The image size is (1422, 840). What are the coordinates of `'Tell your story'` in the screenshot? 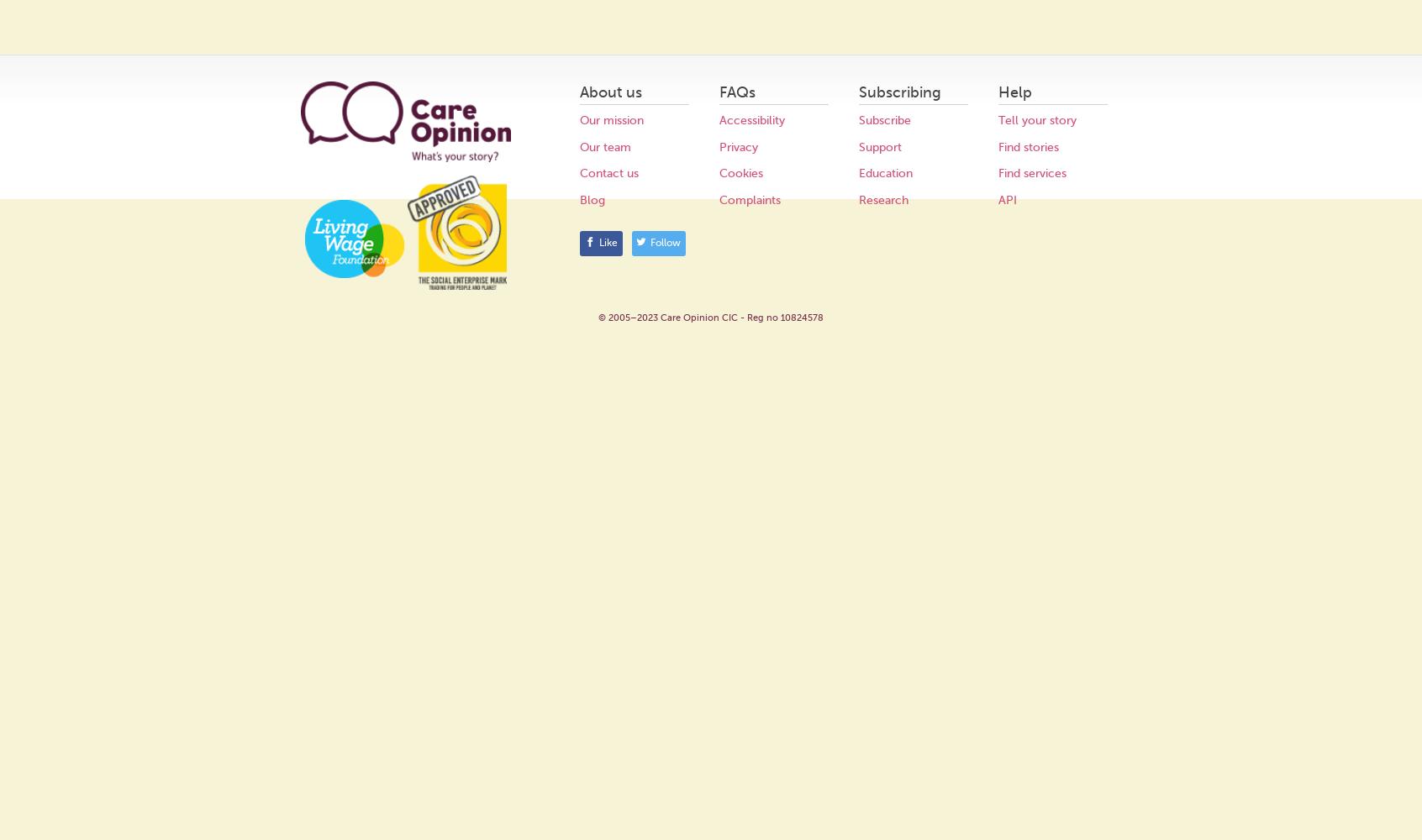 It's located at (1037, 120).